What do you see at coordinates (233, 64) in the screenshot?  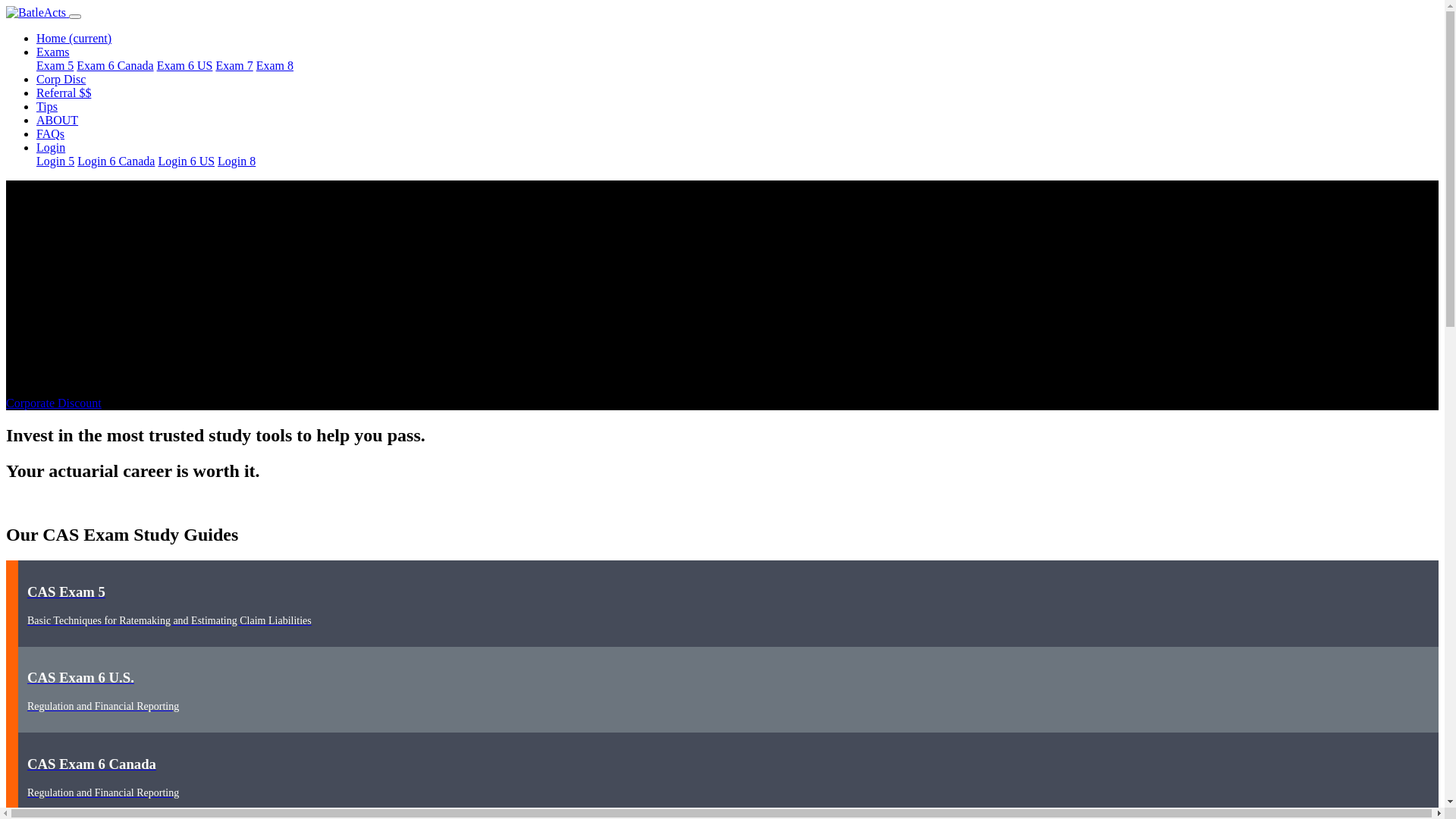 I see `'Exam 7'` at bounding box center [233, 64].